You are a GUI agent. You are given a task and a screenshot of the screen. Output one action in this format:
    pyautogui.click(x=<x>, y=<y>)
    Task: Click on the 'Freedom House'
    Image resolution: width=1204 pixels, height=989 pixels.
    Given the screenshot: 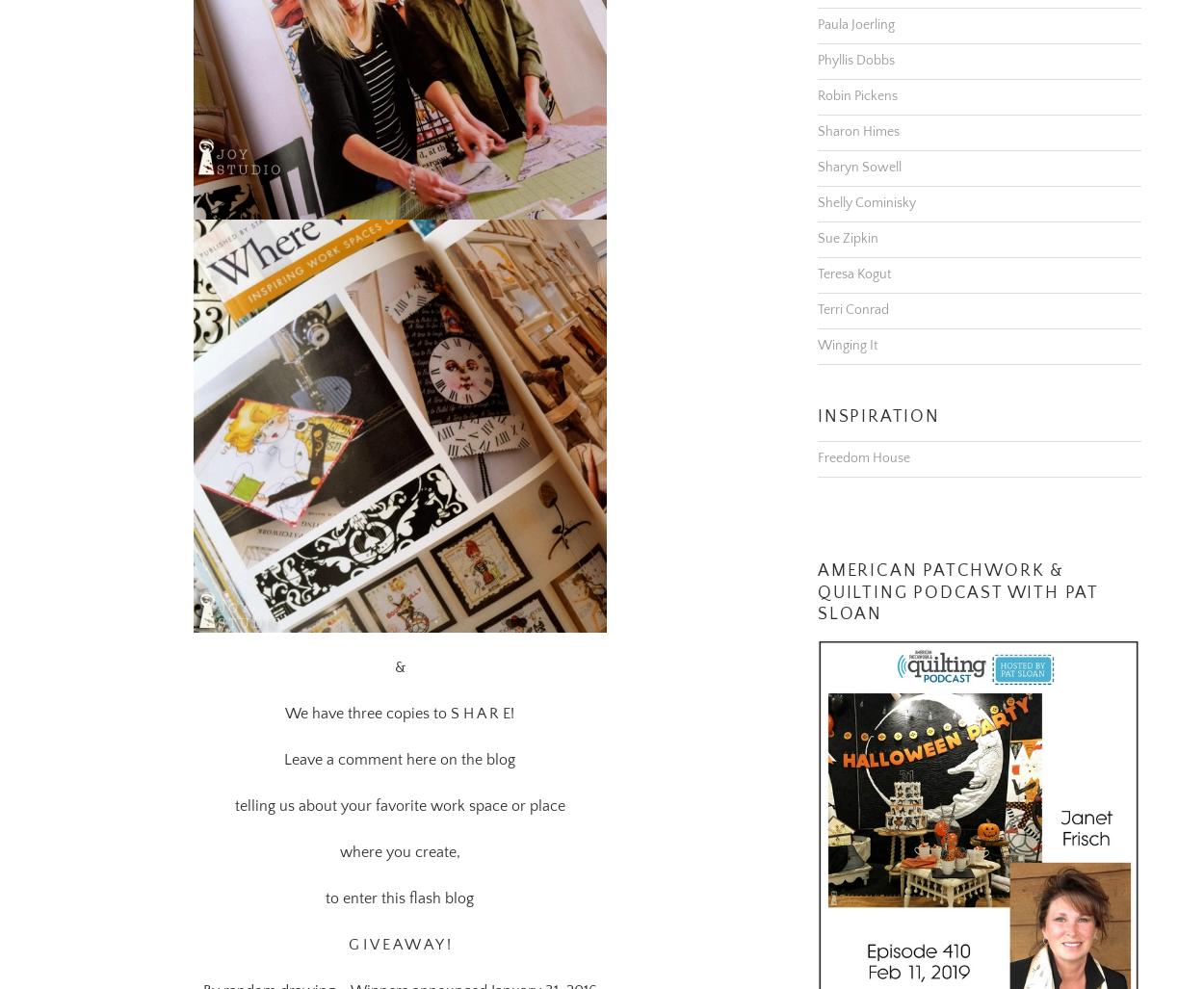 What is the action you would take?
    pyautogui.click(x=864, y=432)
    